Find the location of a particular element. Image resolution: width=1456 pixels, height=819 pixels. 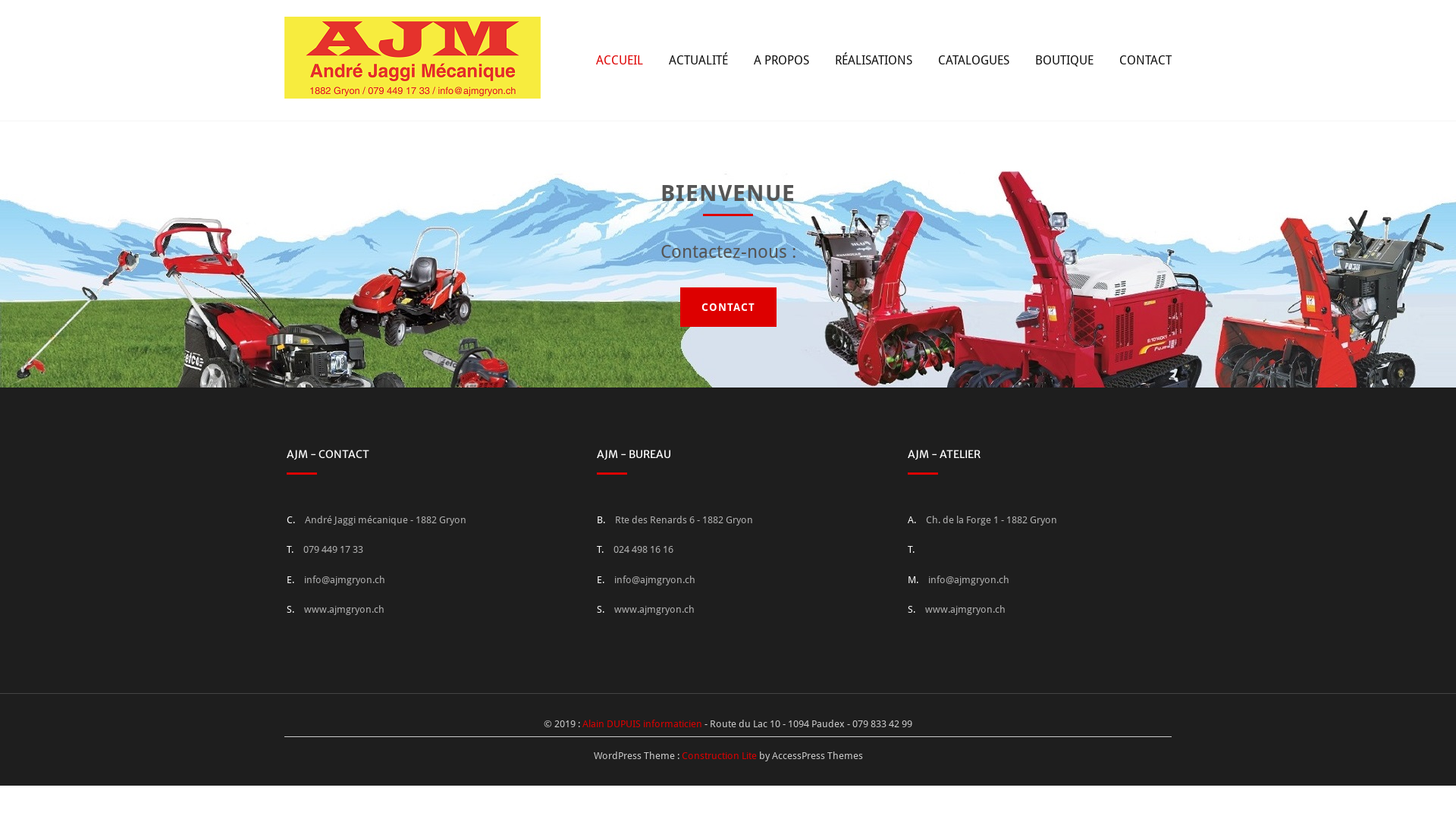

'CONTACT' is located at coordinates (1145, 58).